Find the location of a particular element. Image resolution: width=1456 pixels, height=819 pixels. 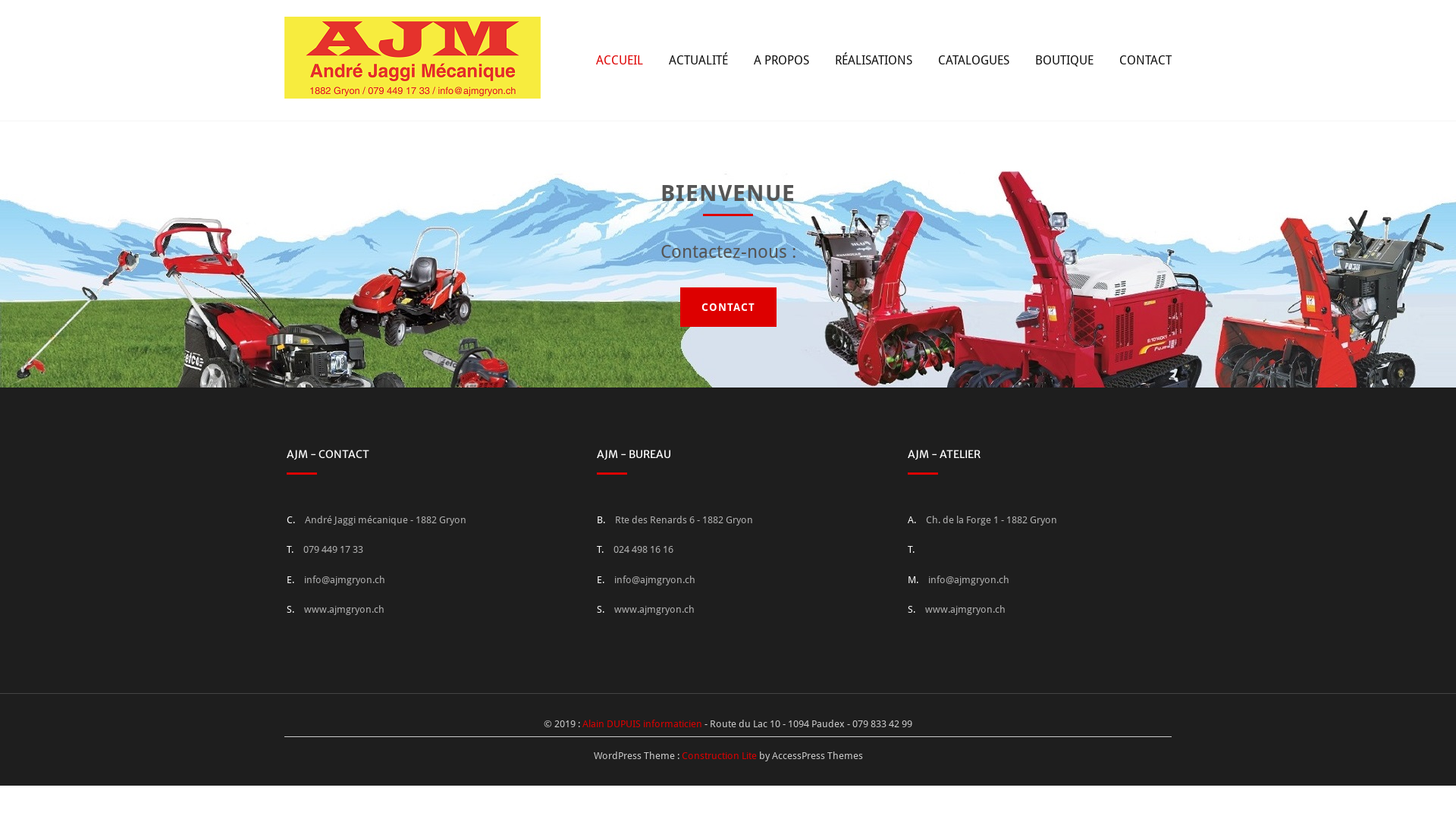

'CONTACT' is located at coordinates (1145, 58).